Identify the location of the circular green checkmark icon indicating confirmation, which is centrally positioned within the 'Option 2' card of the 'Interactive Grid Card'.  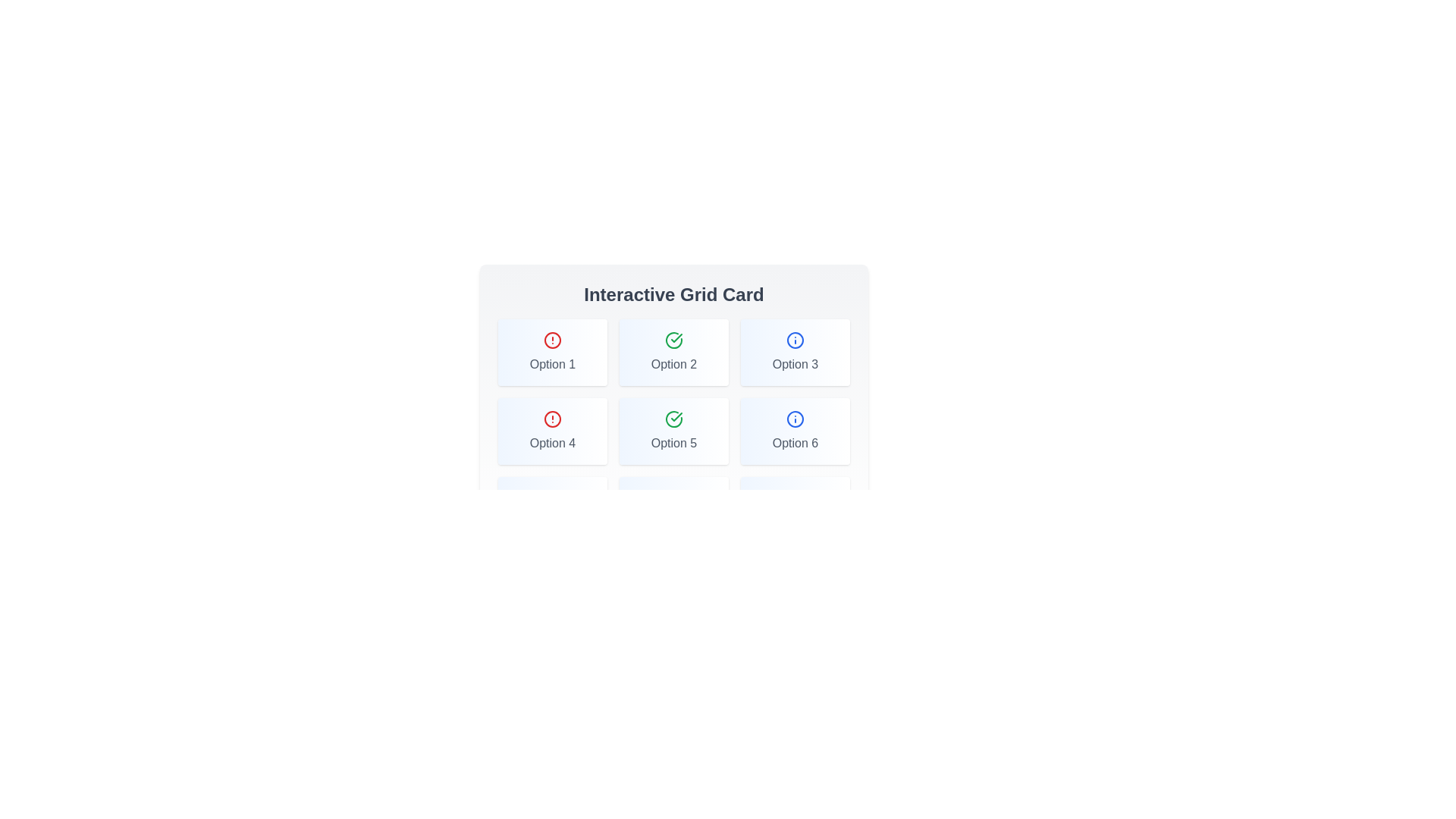
(673, 339).